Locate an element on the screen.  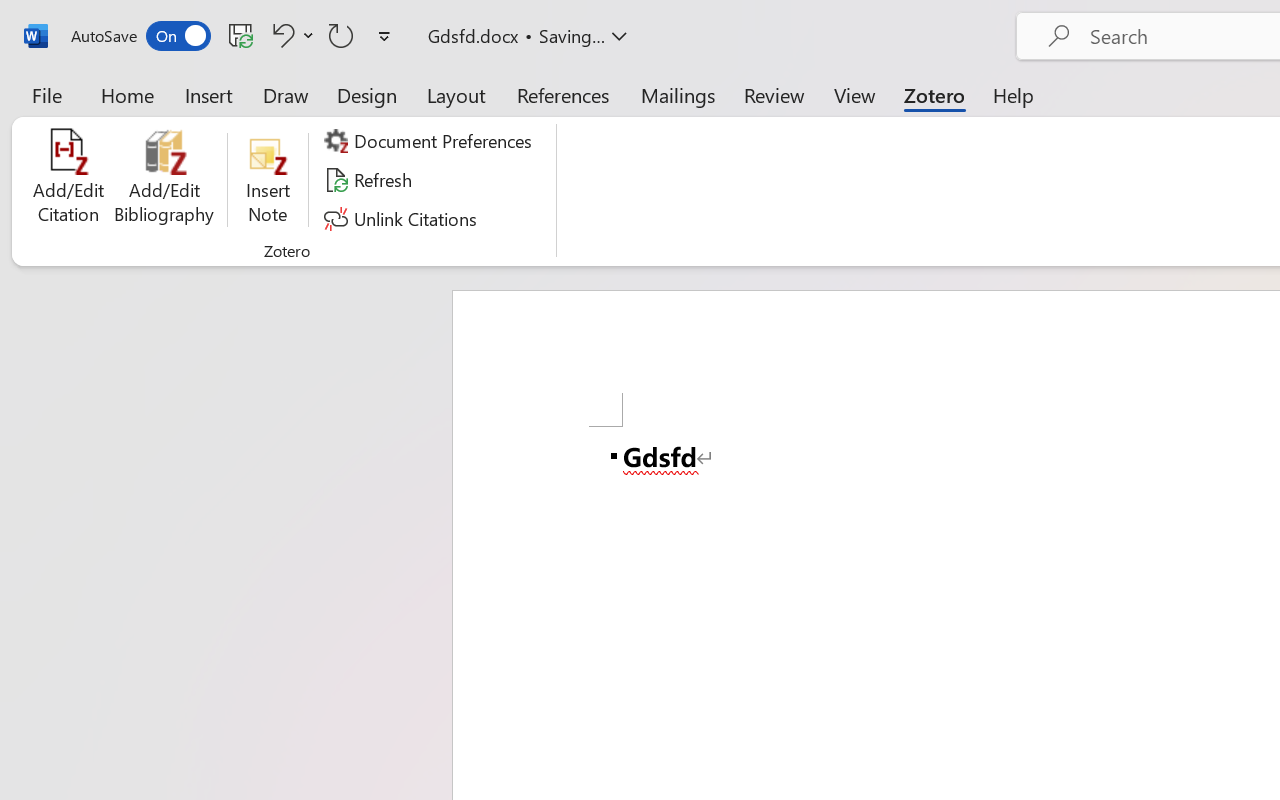
'Can' is located at coordinates (341, 34).